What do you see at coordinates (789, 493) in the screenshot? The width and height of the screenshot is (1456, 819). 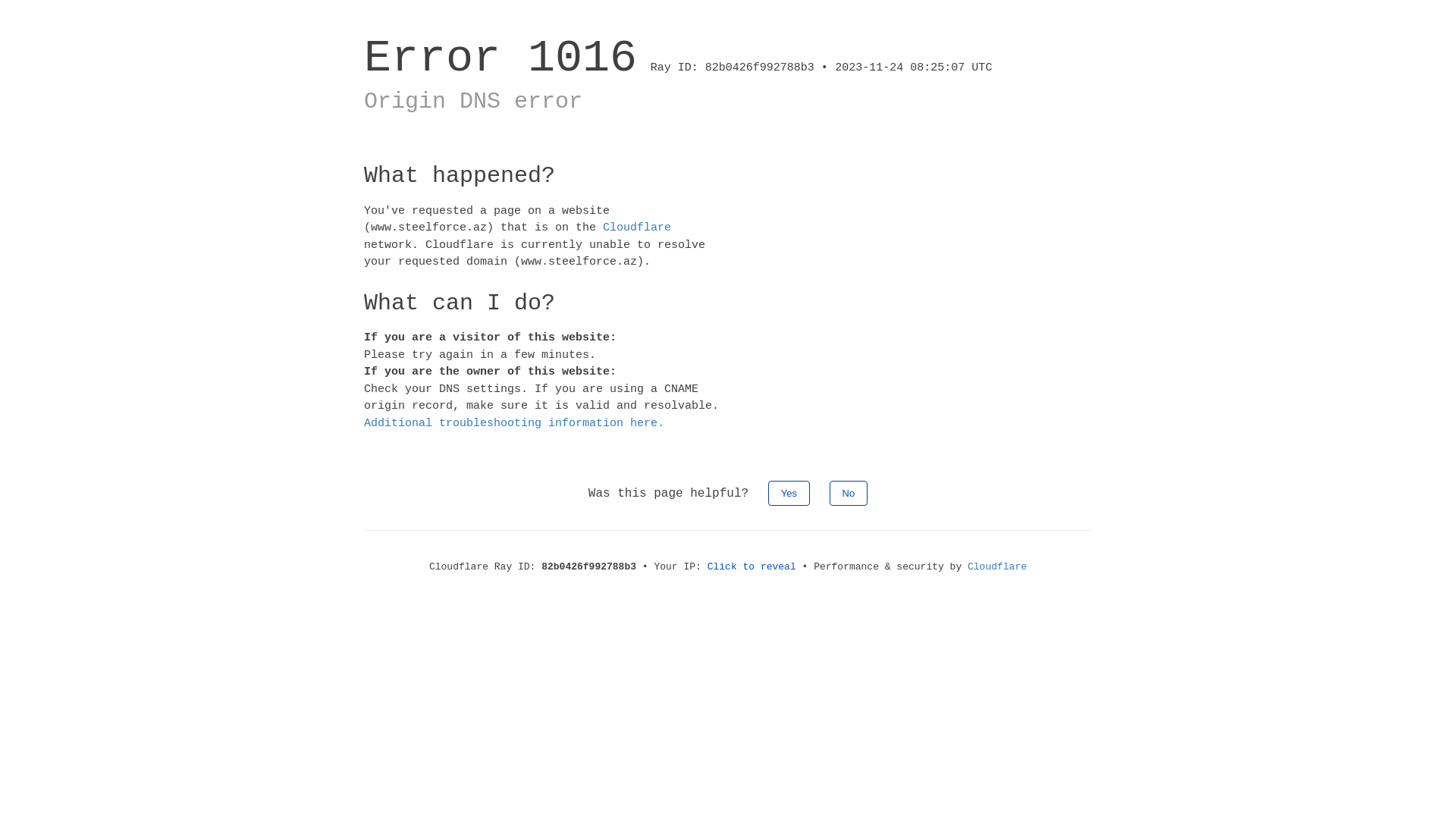 I see `'Yes'` at bounding box center [789, 493].